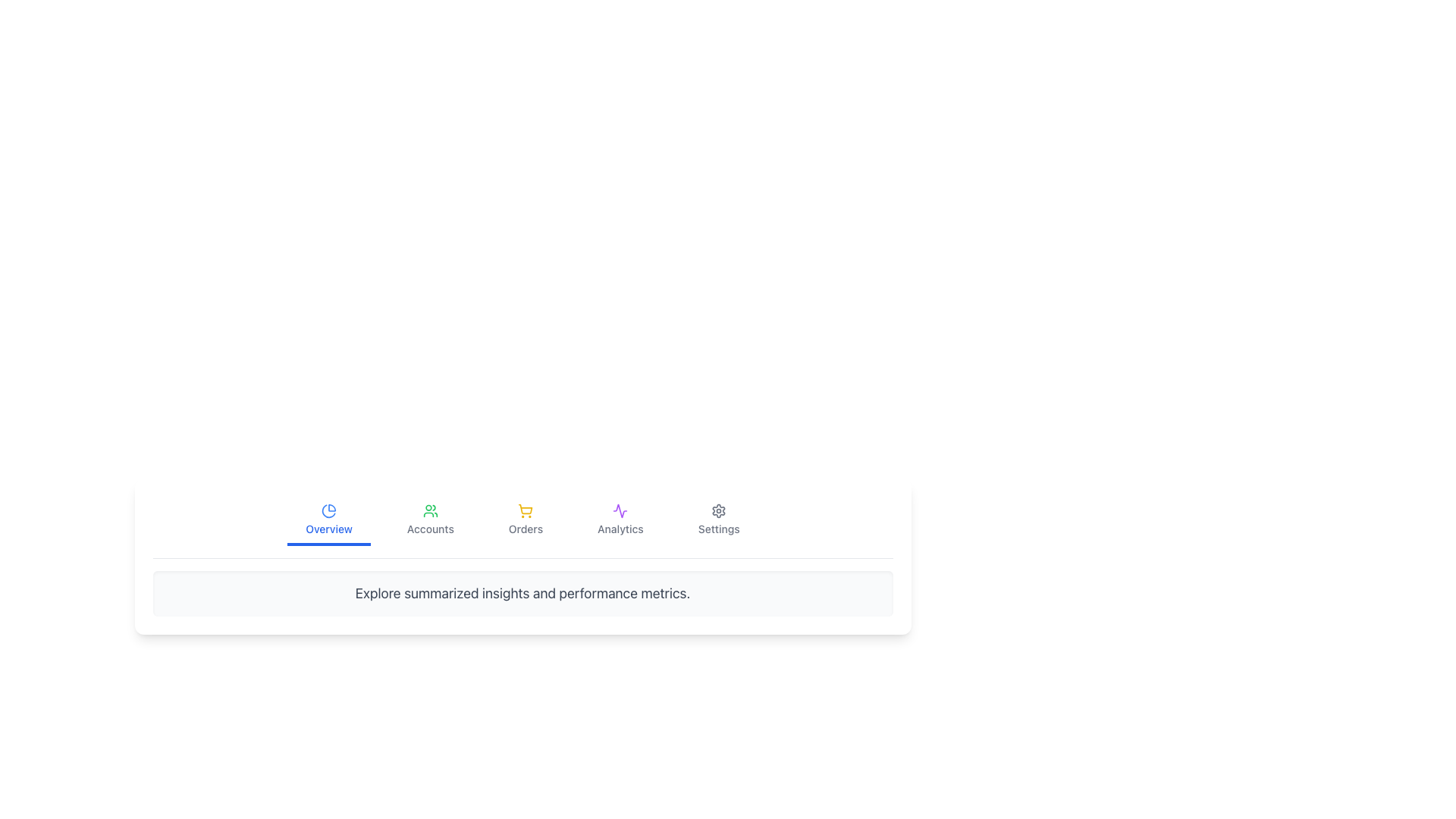 The width and height of the screenshot is (1456, 819). What do you see at coordinates (522, 593) in the screenshot?
I see `informational text block that contains the message 'Explore summarized insights and performance metrics.' which is styled with a light gray background and located centrally below the navigation bar` at bounding box center [522, 593].